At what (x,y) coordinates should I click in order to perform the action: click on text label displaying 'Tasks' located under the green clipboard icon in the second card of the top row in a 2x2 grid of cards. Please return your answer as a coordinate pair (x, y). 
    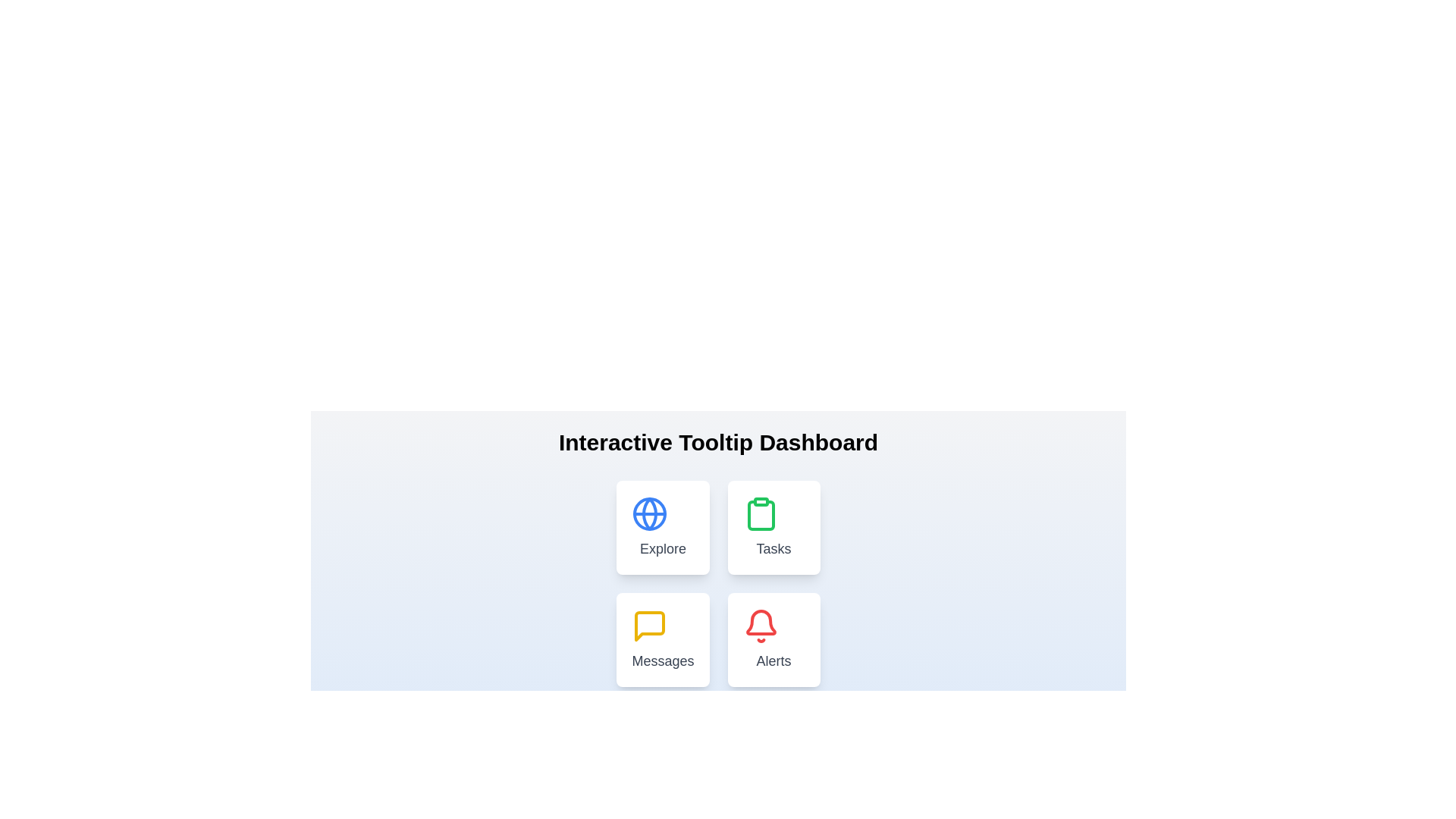
    Looking at the image, I should click on (773, 549).